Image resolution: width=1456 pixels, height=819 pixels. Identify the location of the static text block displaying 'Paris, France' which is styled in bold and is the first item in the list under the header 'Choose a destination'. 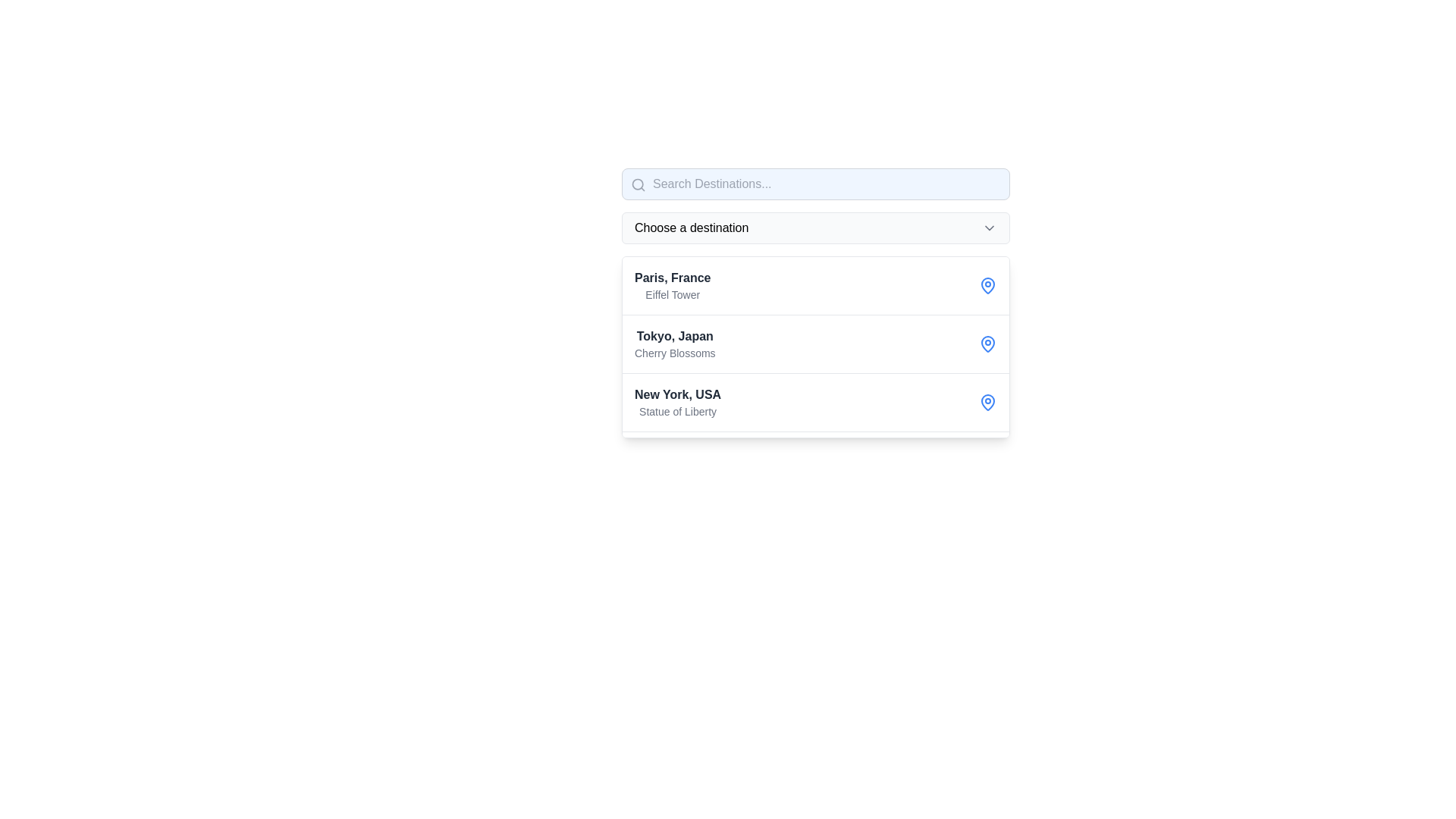
(672, 286).